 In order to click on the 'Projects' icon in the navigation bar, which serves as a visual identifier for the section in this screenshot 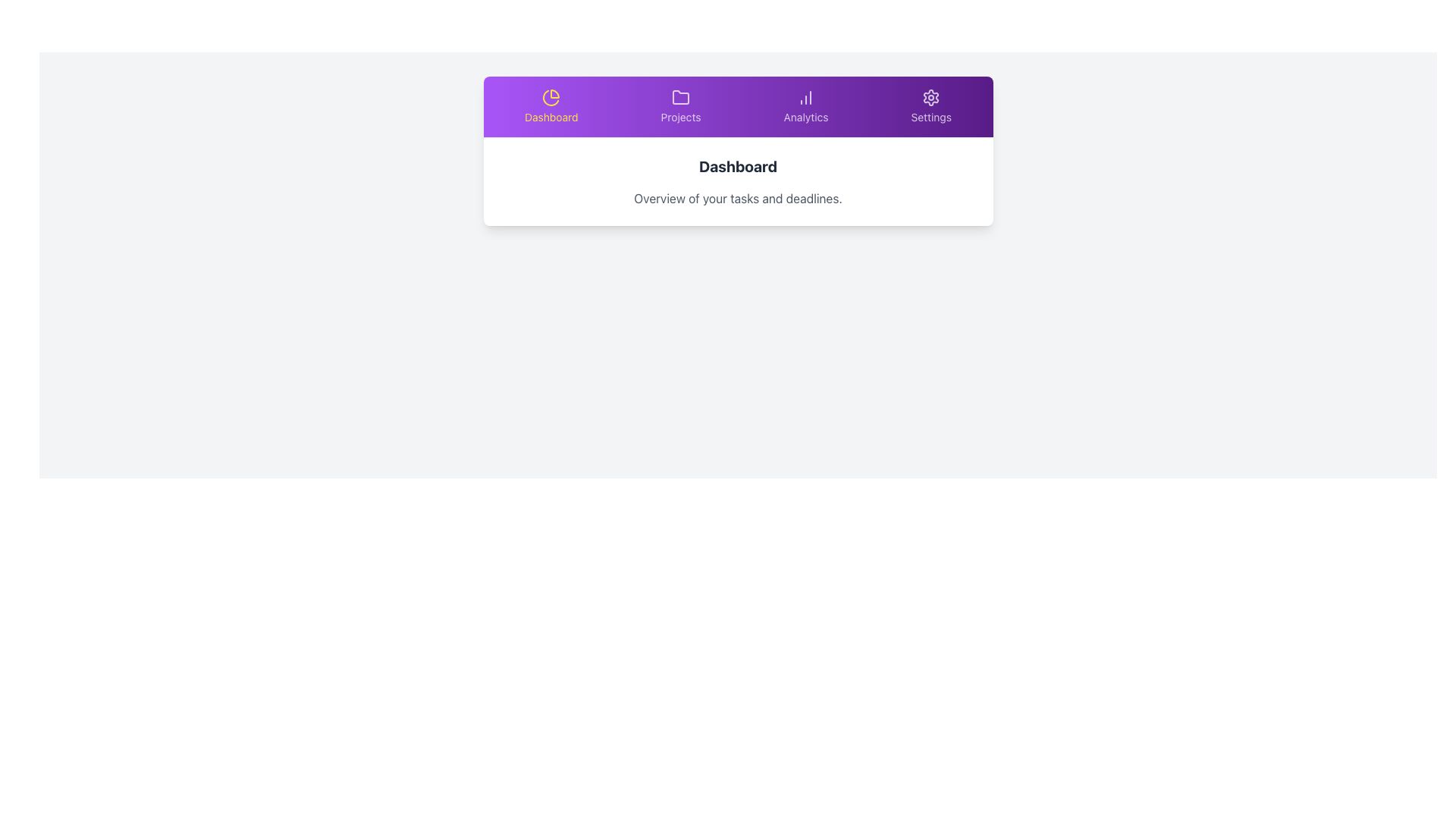, I will do `click(679, 97)`.